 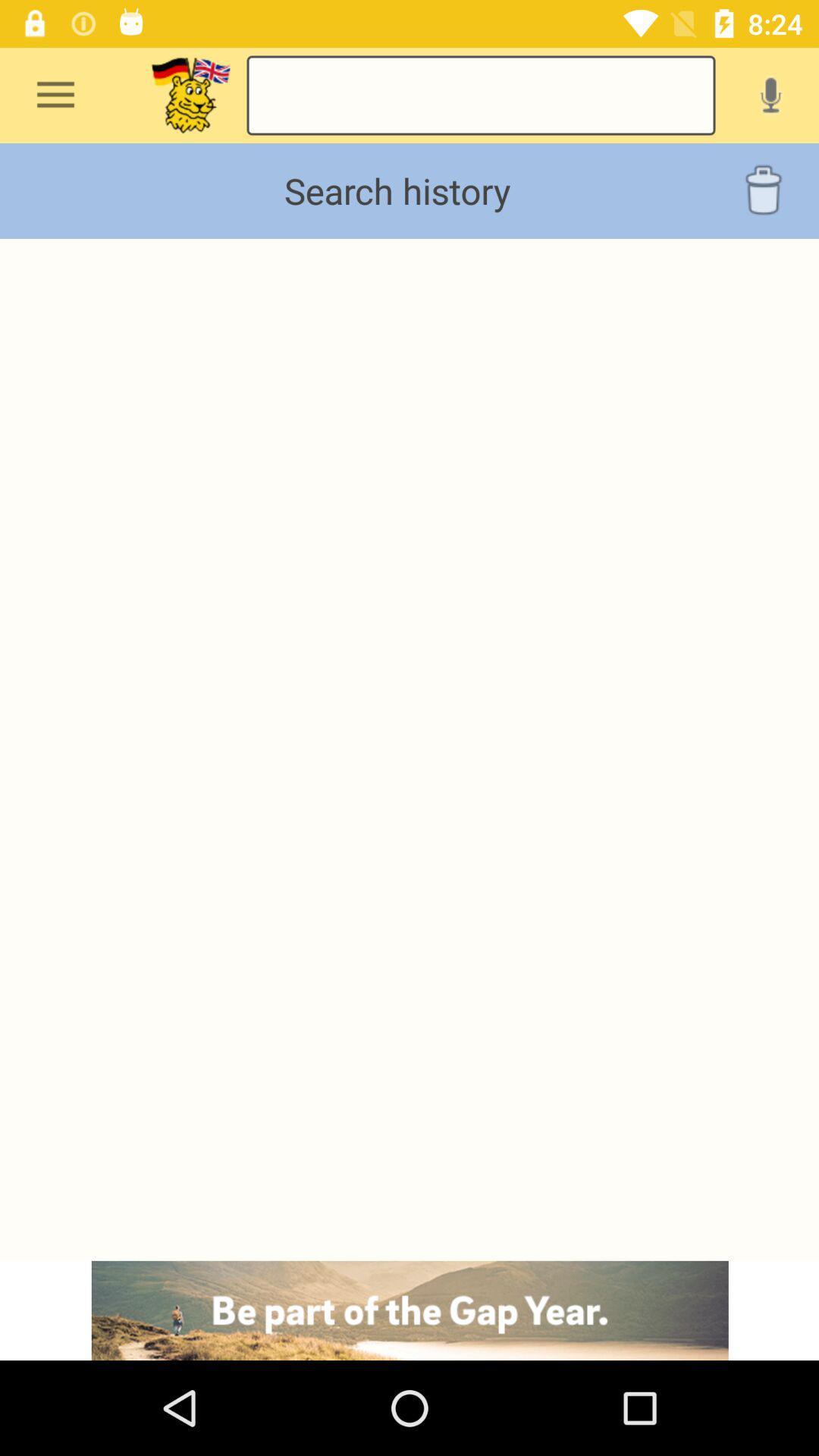 I want to click on search box, so click(x=481, y=94).